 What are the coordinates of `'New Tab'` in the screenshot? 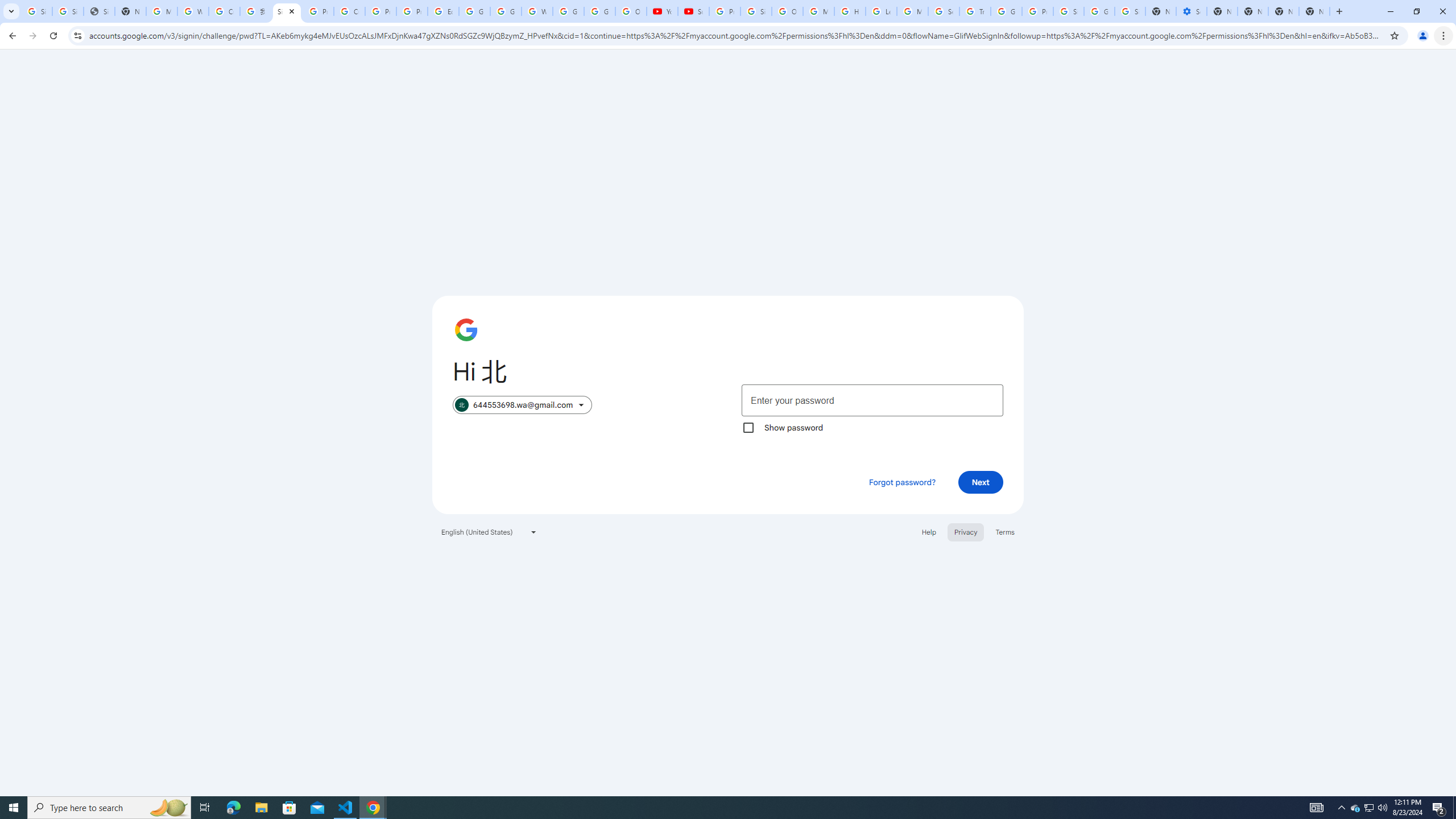 It's located at (1314, 11).